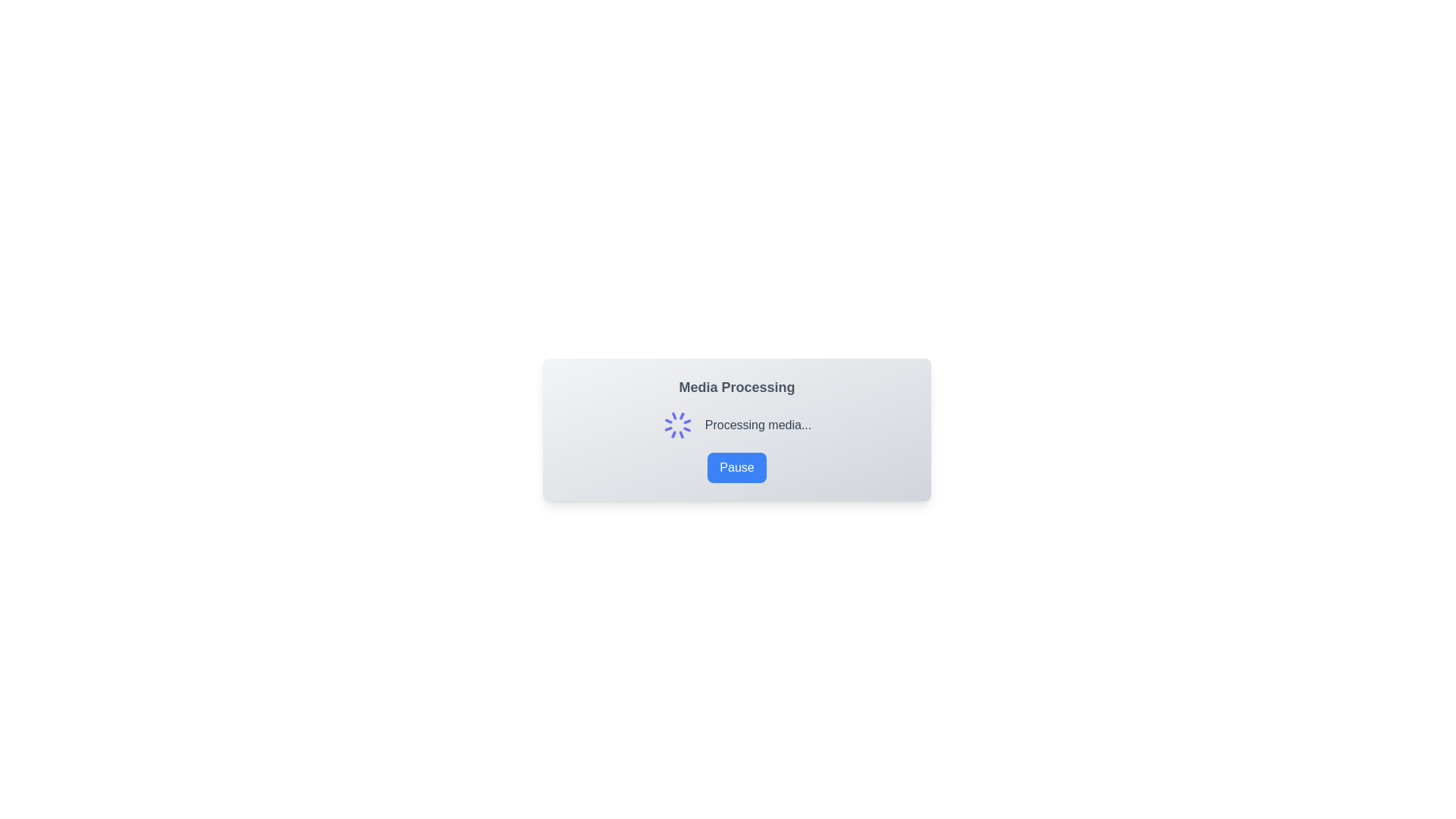 The image size is (1456, 819). I want to click on the static text label that indicates the current media processing operation, located to the right of a spinning loader icon and above a blue 'Pause' button, so click(758, 425).